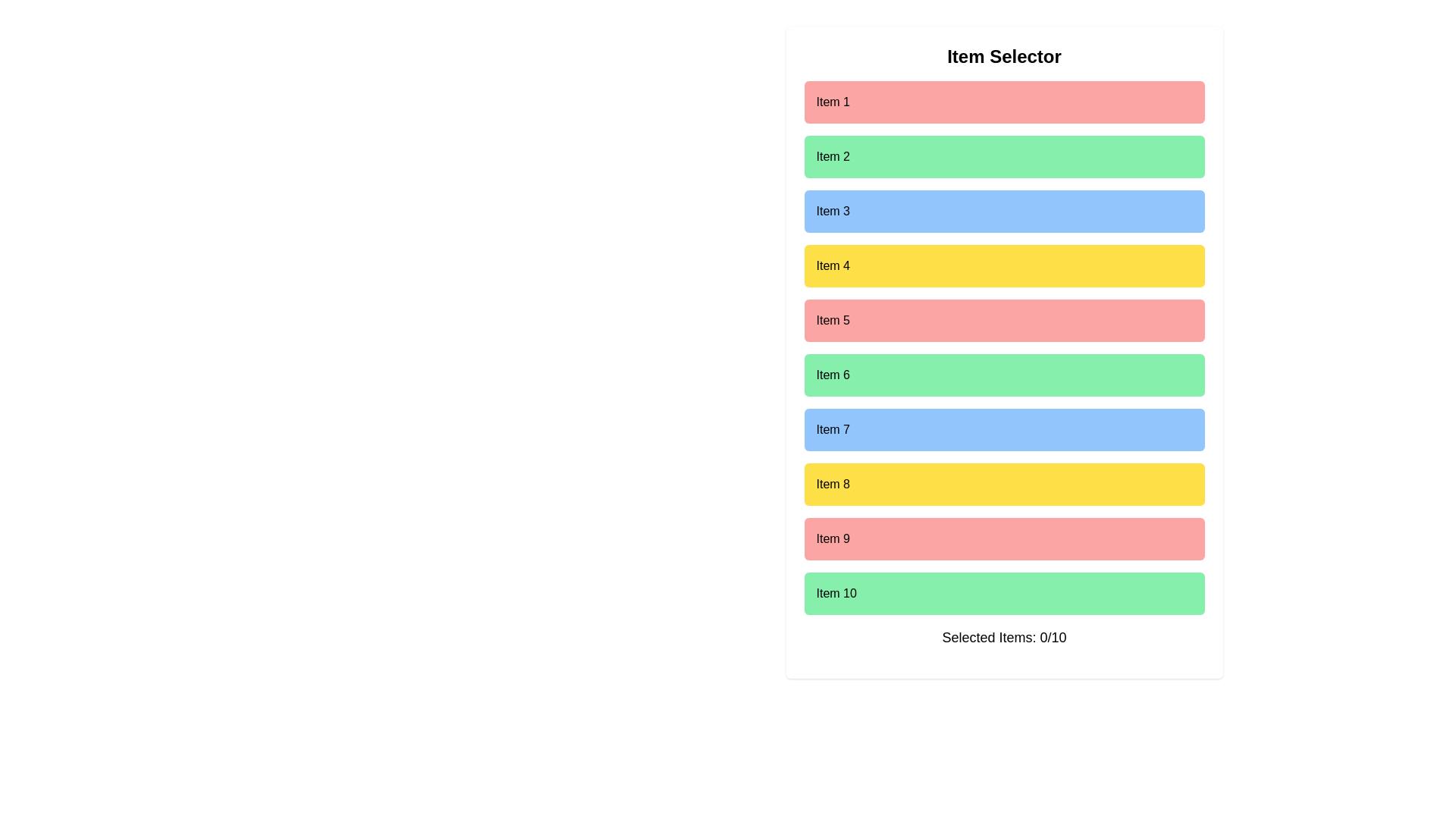 This screenshot has width=1456, height=819. Describe the element at coordinates (1004, 55) in the screenshot. I see `the text label that serves as the title for the item selection module to trigger a tooltip or visual change` at that location.